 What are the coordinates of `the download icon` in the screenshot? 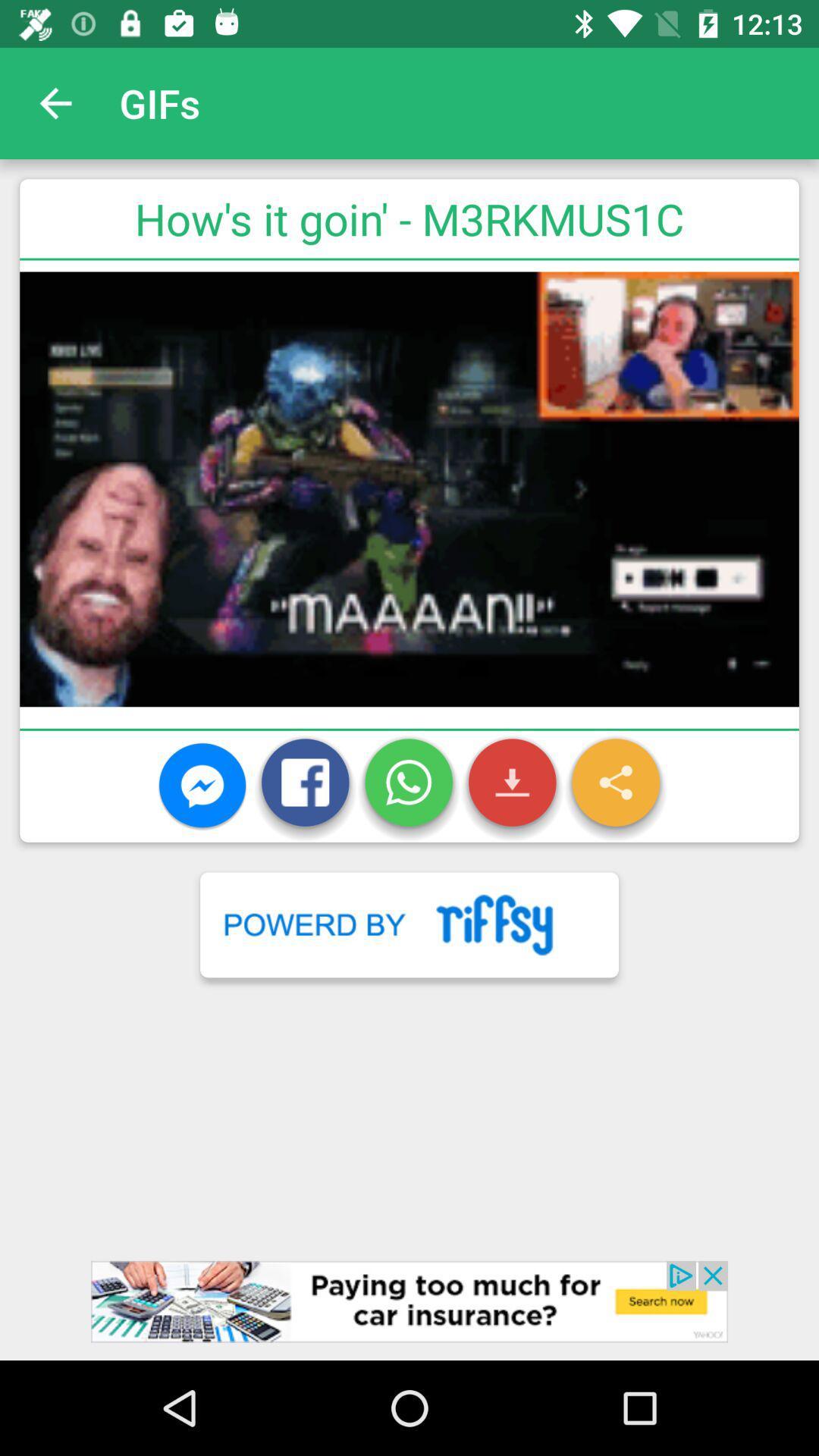 It's located at (512, 786).